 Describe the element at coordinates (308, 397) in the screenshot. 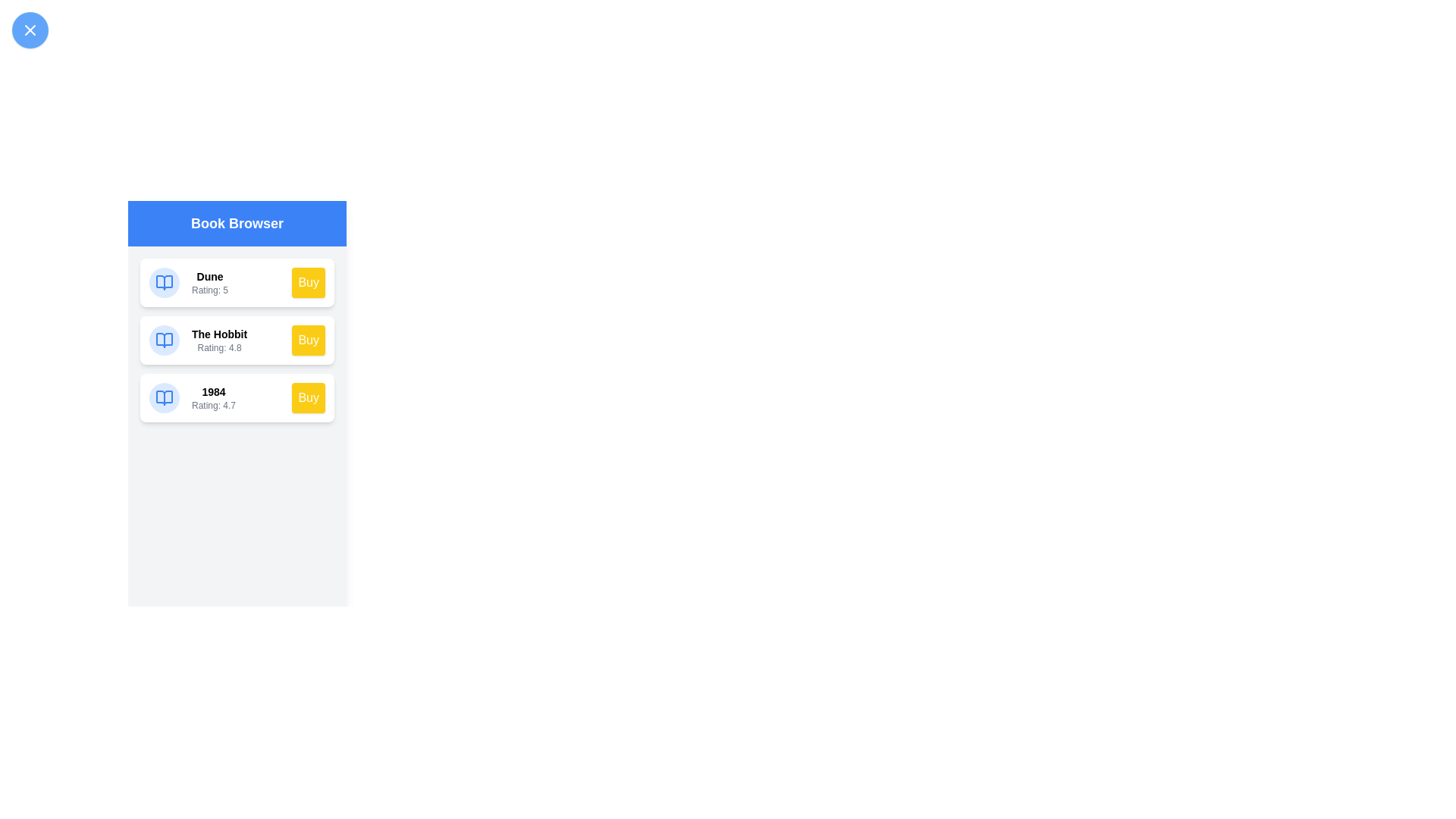

I see `the 'Buy' button for the book titled 1984` at that location.